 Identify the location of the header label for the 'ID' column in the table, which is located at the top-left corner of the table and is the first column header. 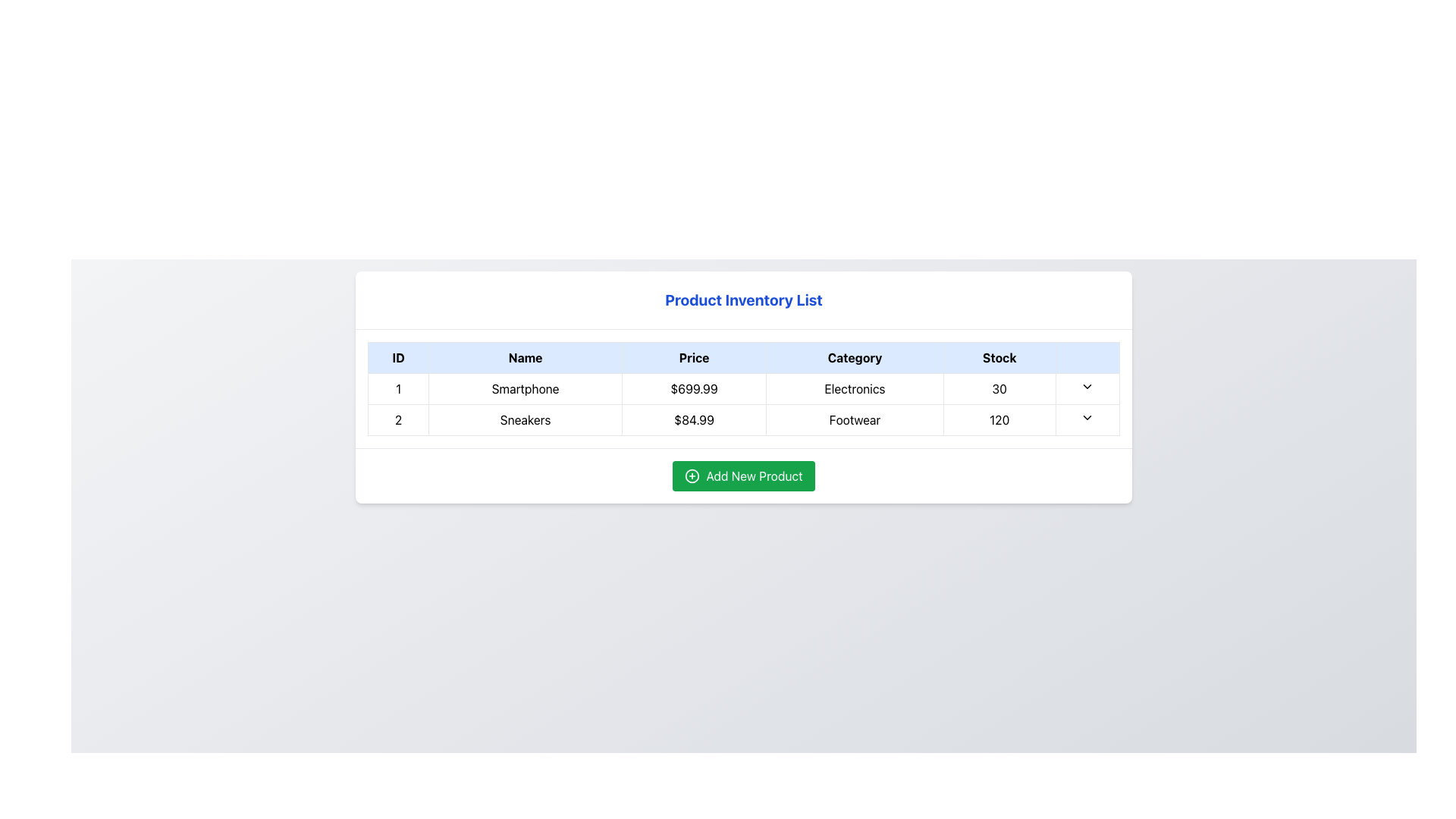
(398, 357).